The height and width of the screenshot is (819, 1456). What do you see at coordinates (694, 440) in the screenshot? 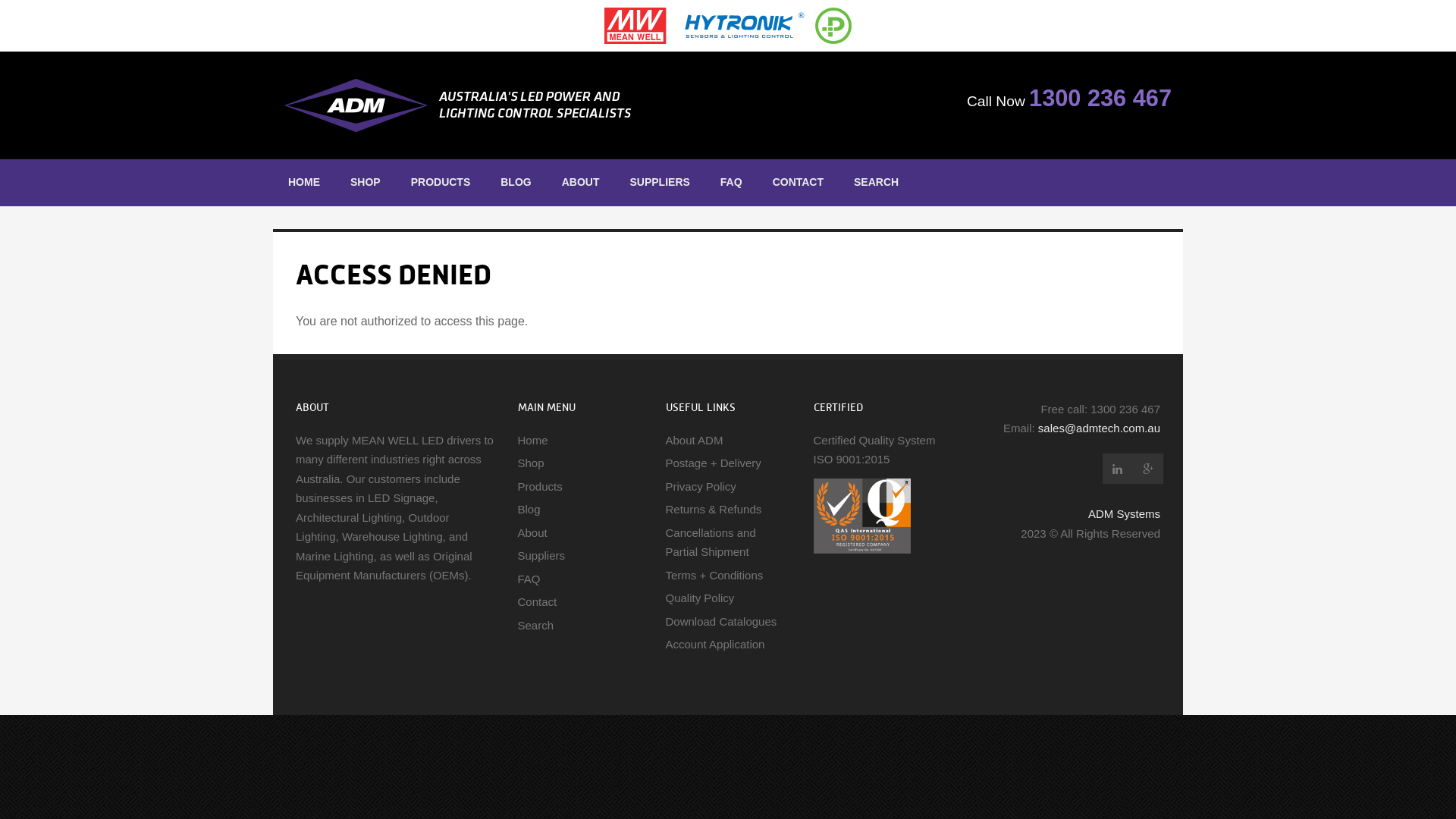
I see `'About ADM'` at bounding box center [694, 440].